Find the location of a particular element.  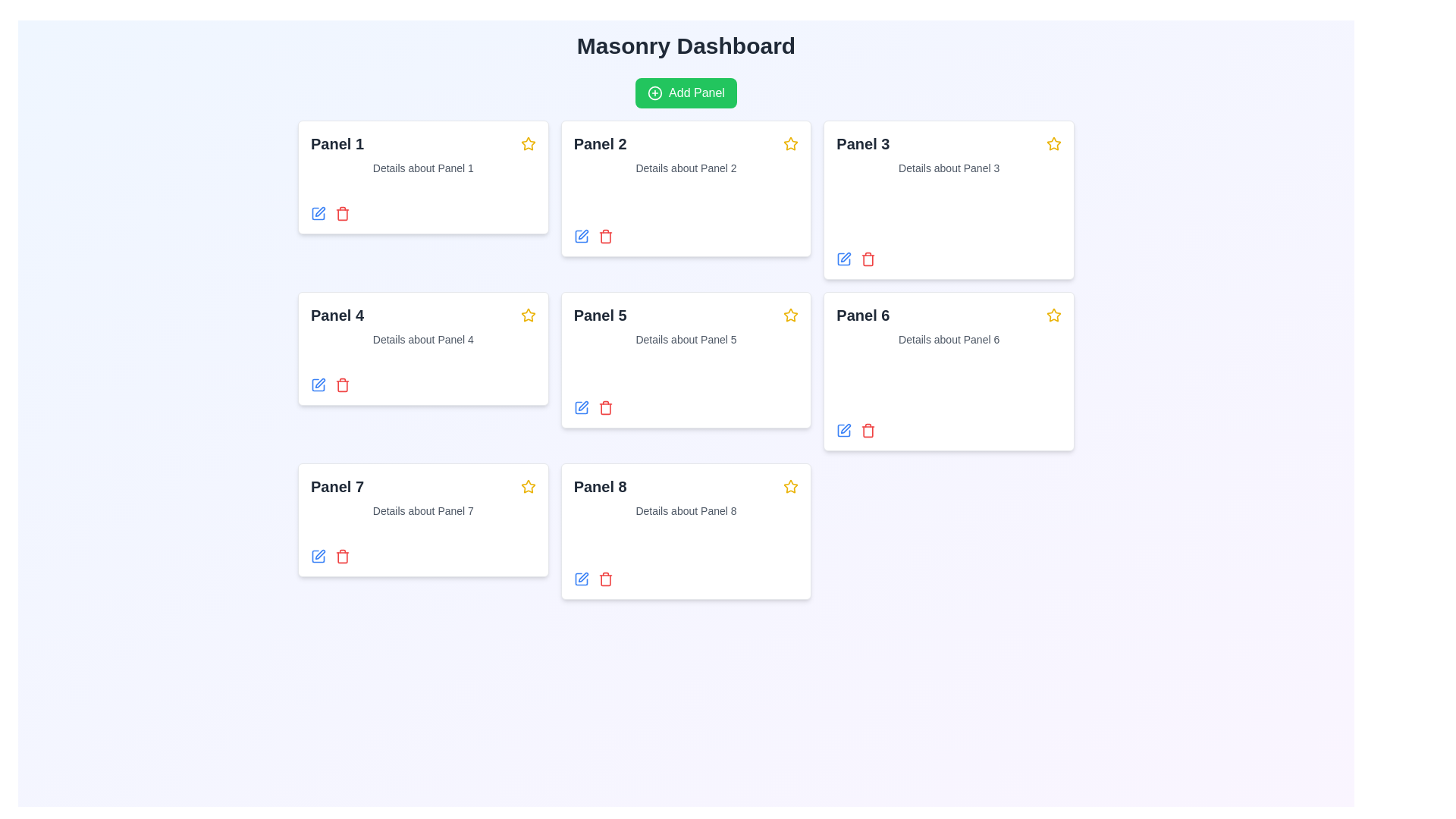

the delete button located to the right of the blue edit pen icon, which is the second item is located at coordinates (868, 430).